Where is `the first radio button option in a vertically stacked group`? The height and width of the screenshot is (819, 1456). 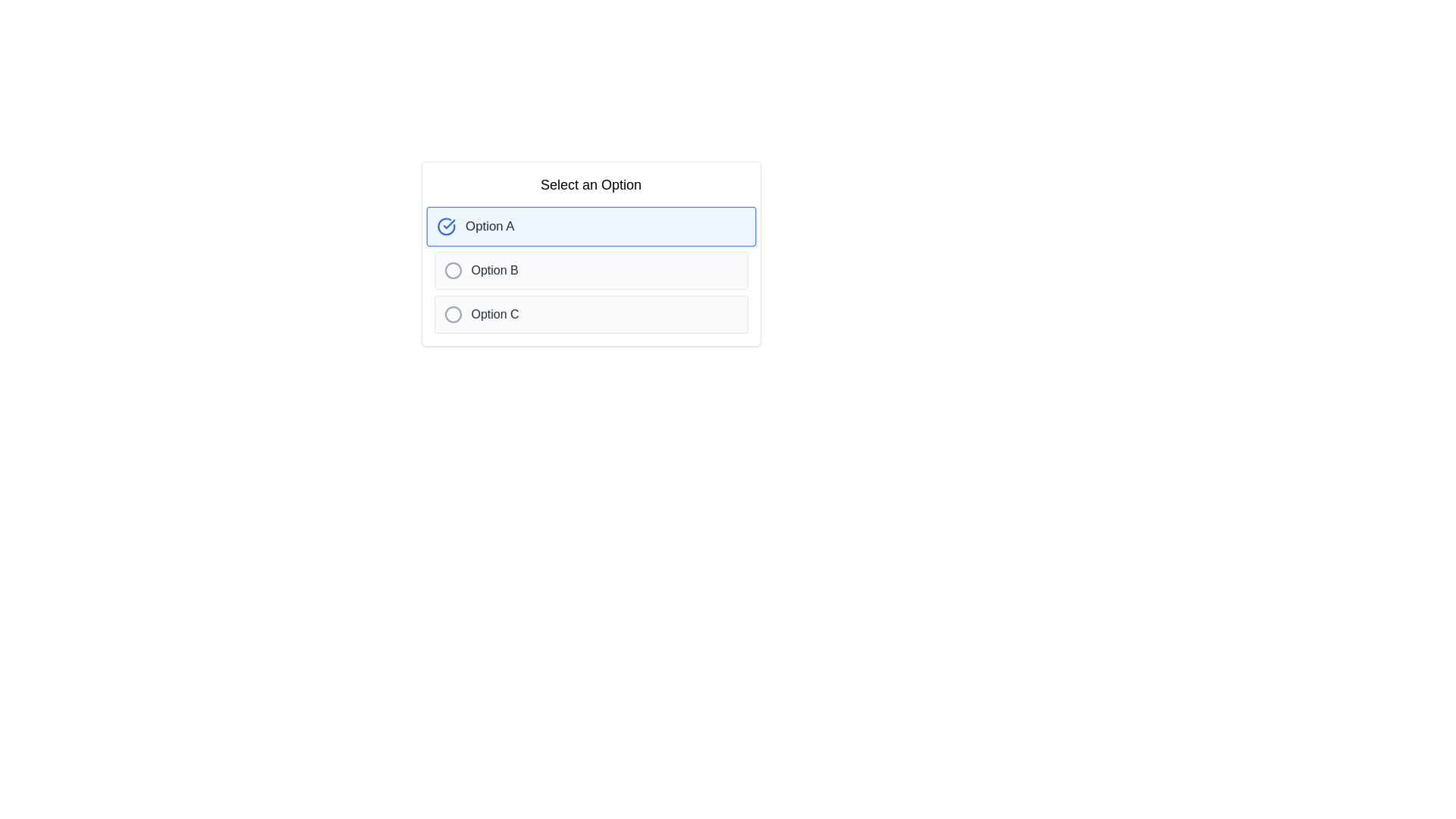 the first radio button option in a vertically stacked group is located at coordinates (590, 227).